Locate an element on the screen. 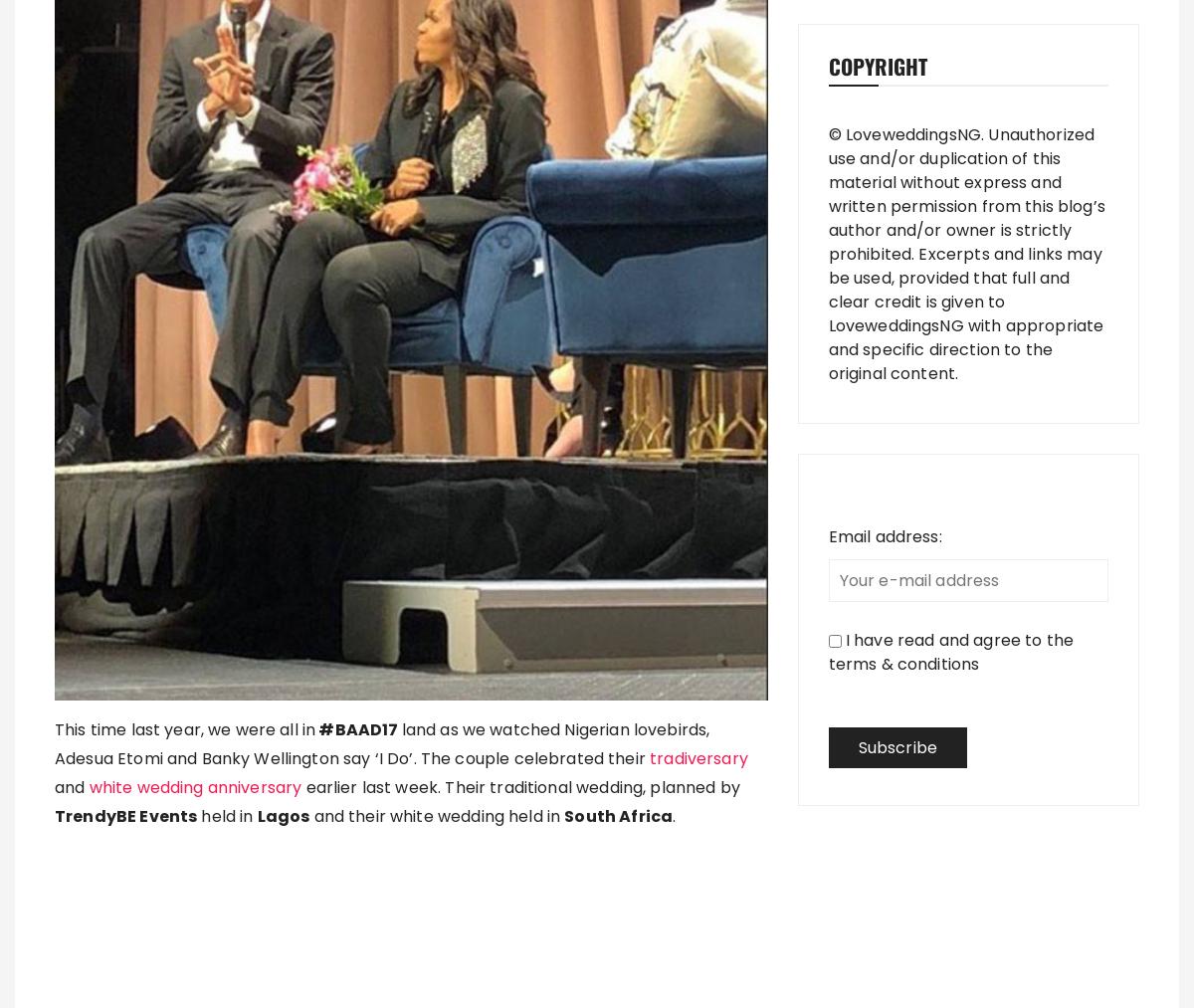 The width and height of the screenshot is (1194, 1008). 'earlier last week. Their traditional wedding, planned by' is located at coordinates (518, 786).